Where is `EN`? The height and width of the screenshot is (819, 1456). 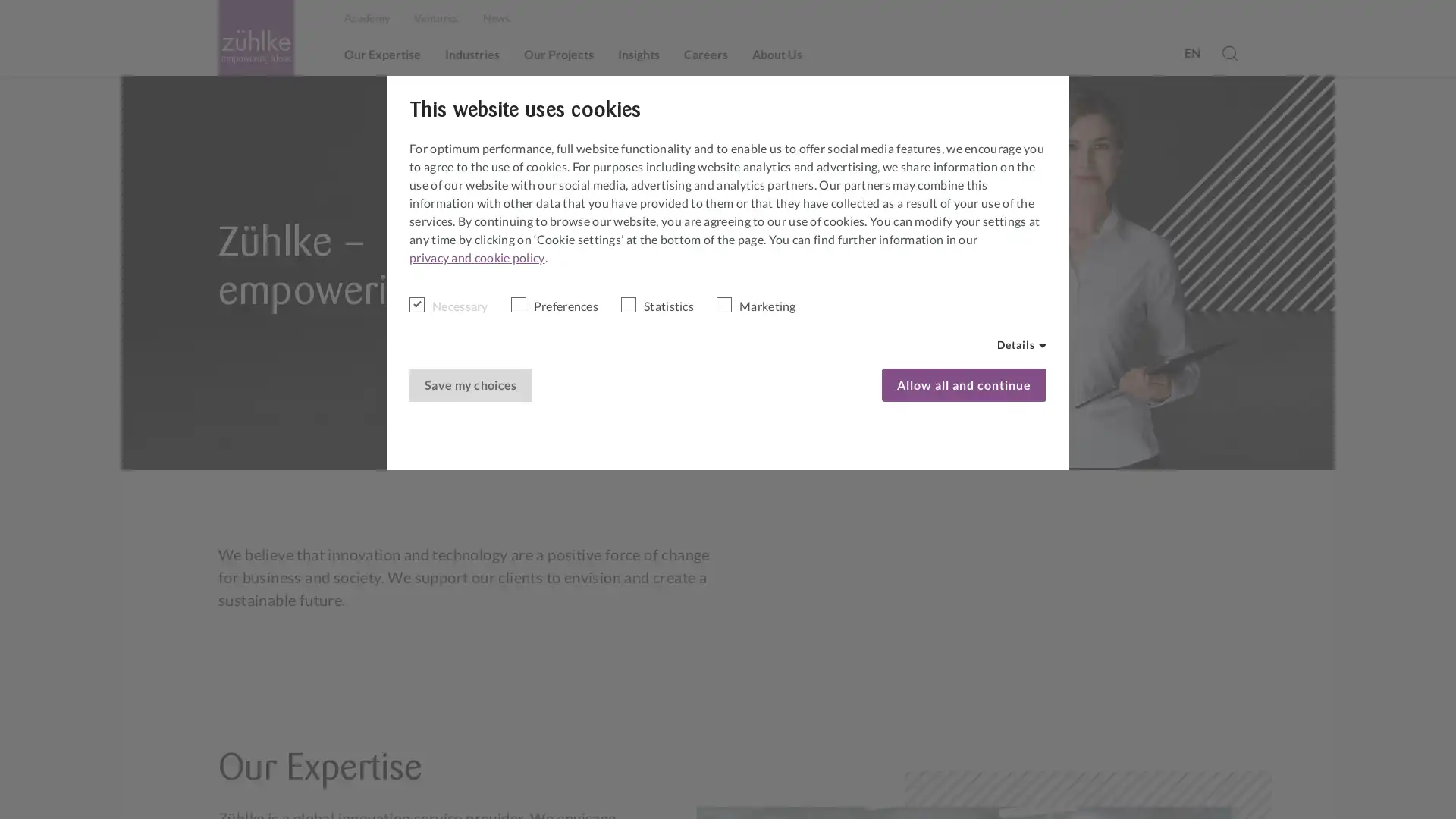 EN is located at coordinates (1191, 52).